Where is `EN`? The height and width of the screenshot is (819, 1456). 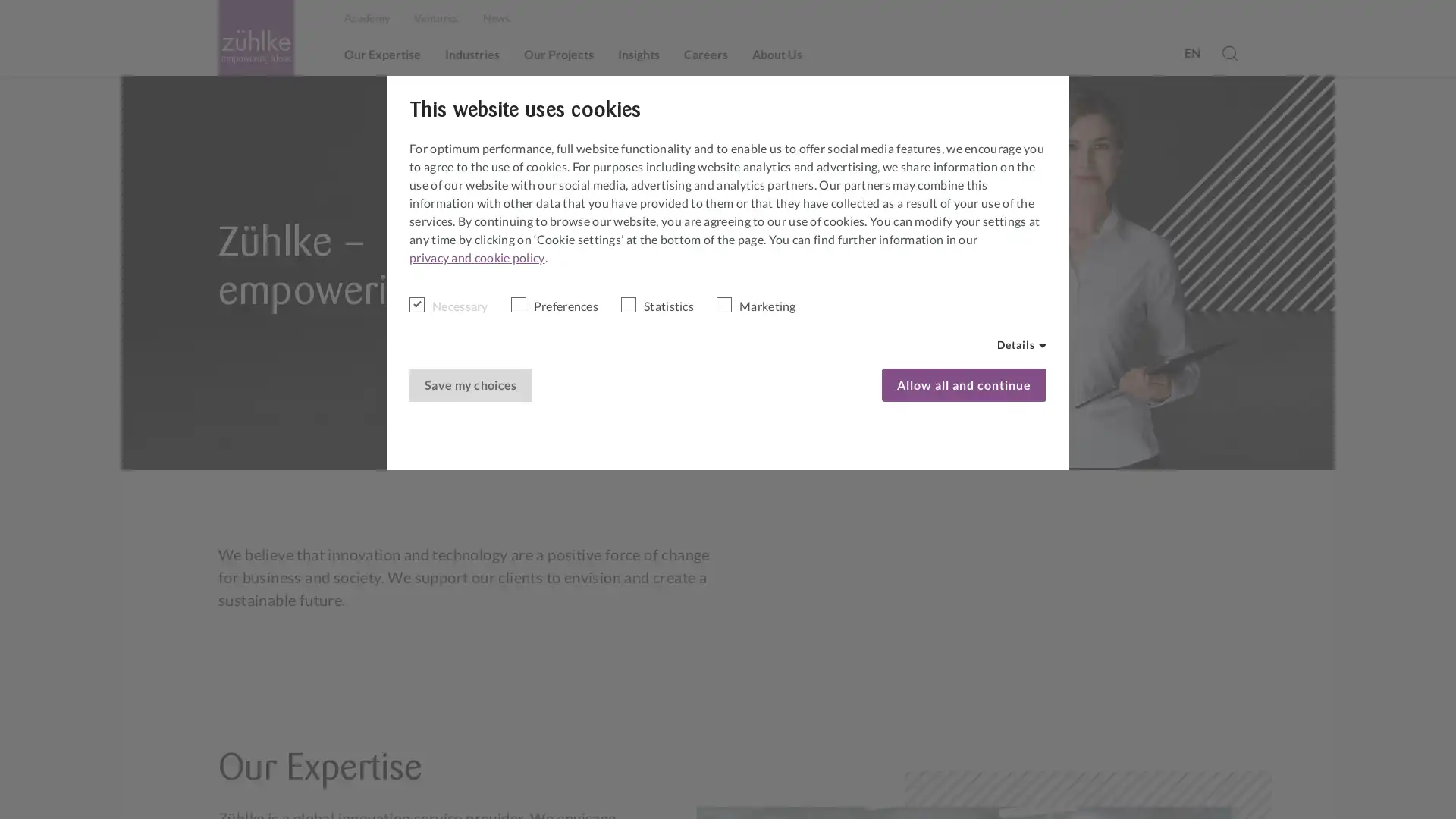 EN is located at coordinates (1191, 52).